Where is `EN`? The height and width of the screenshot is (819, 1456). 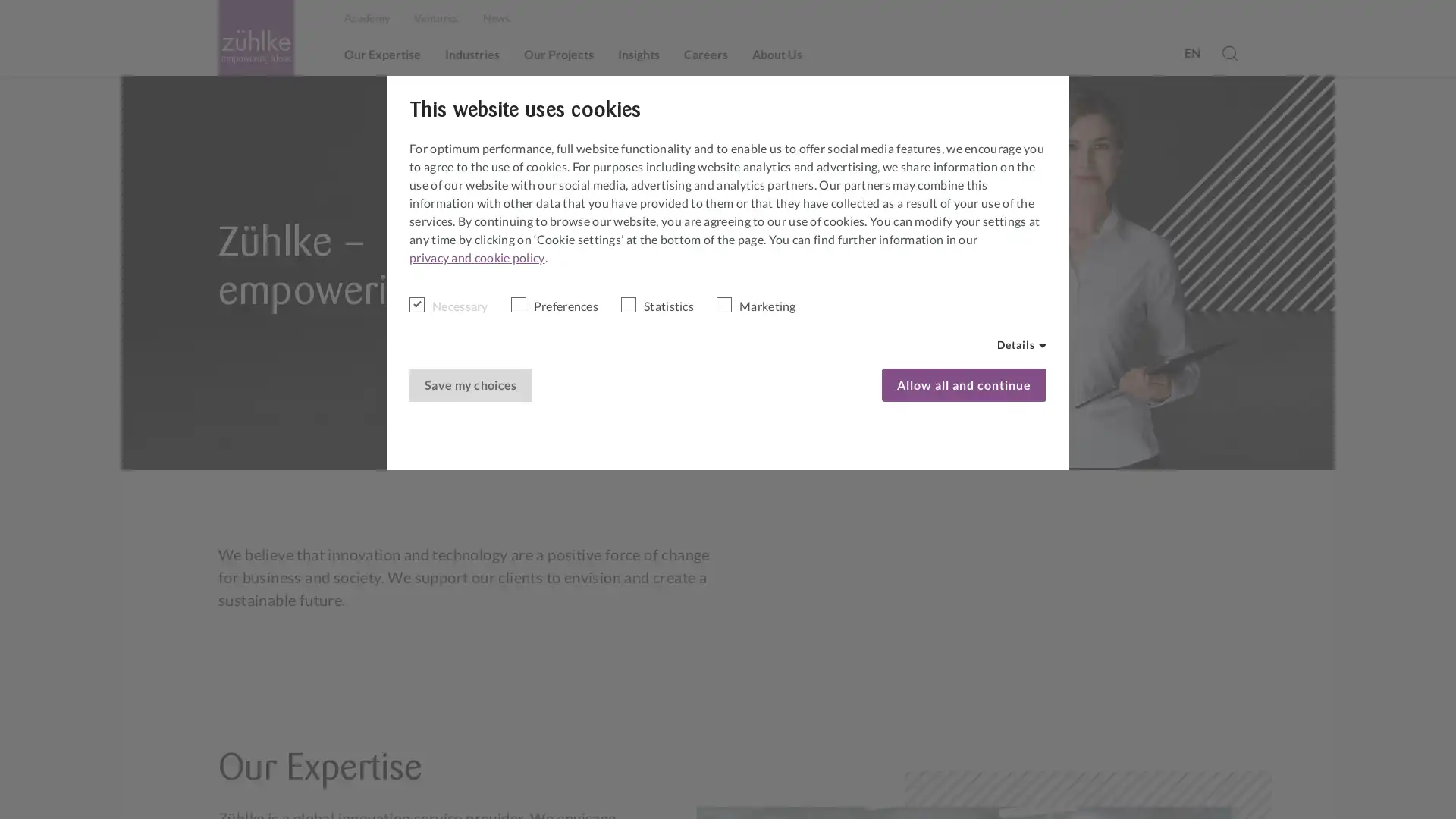 EN is located at coordinates (1191, 52).